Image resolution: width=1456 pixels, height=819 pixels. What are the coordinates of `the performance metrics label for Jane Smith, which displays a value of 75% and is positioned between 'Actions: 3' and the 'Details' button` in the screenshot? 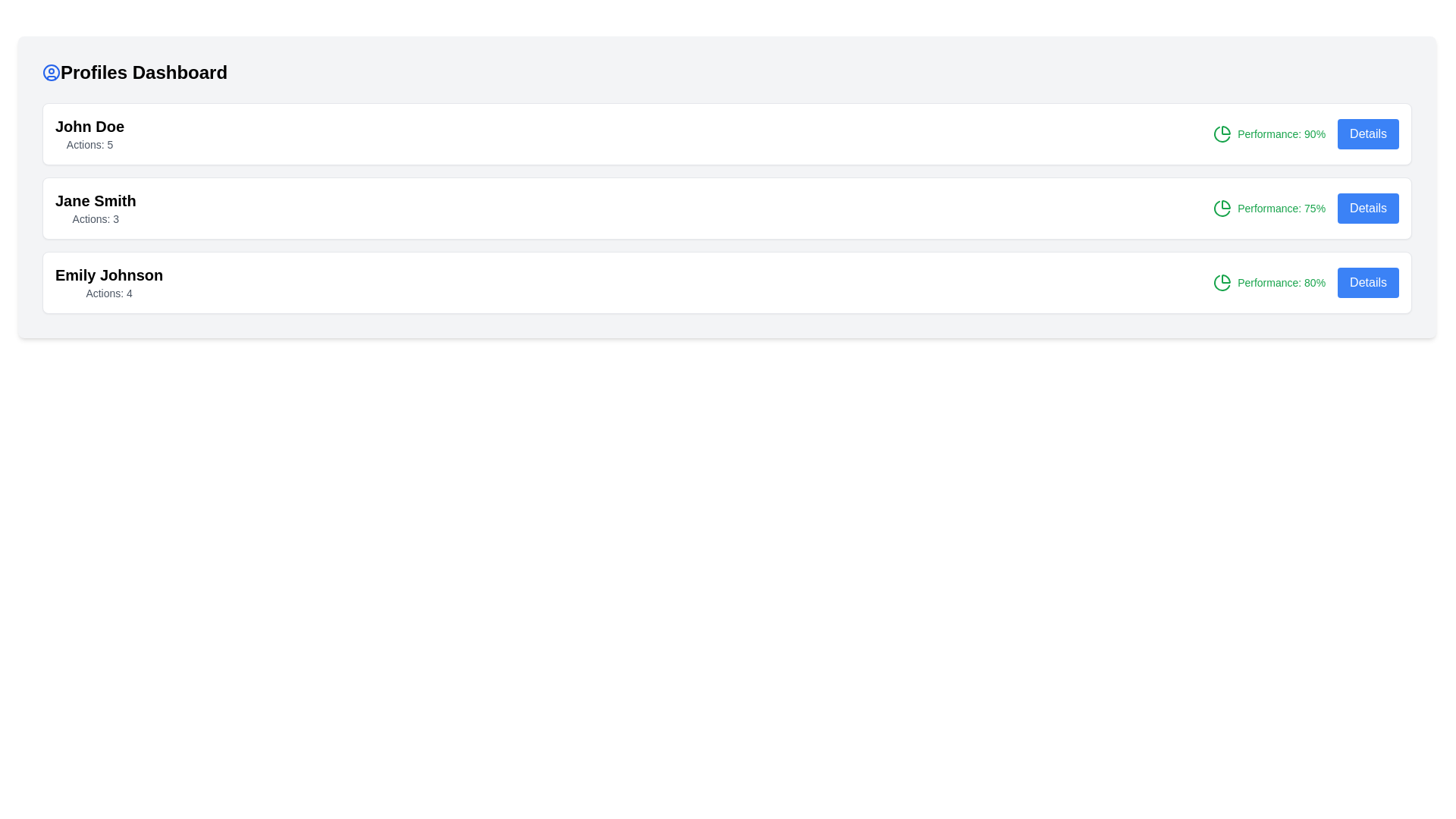 It's located at (1305, 208).